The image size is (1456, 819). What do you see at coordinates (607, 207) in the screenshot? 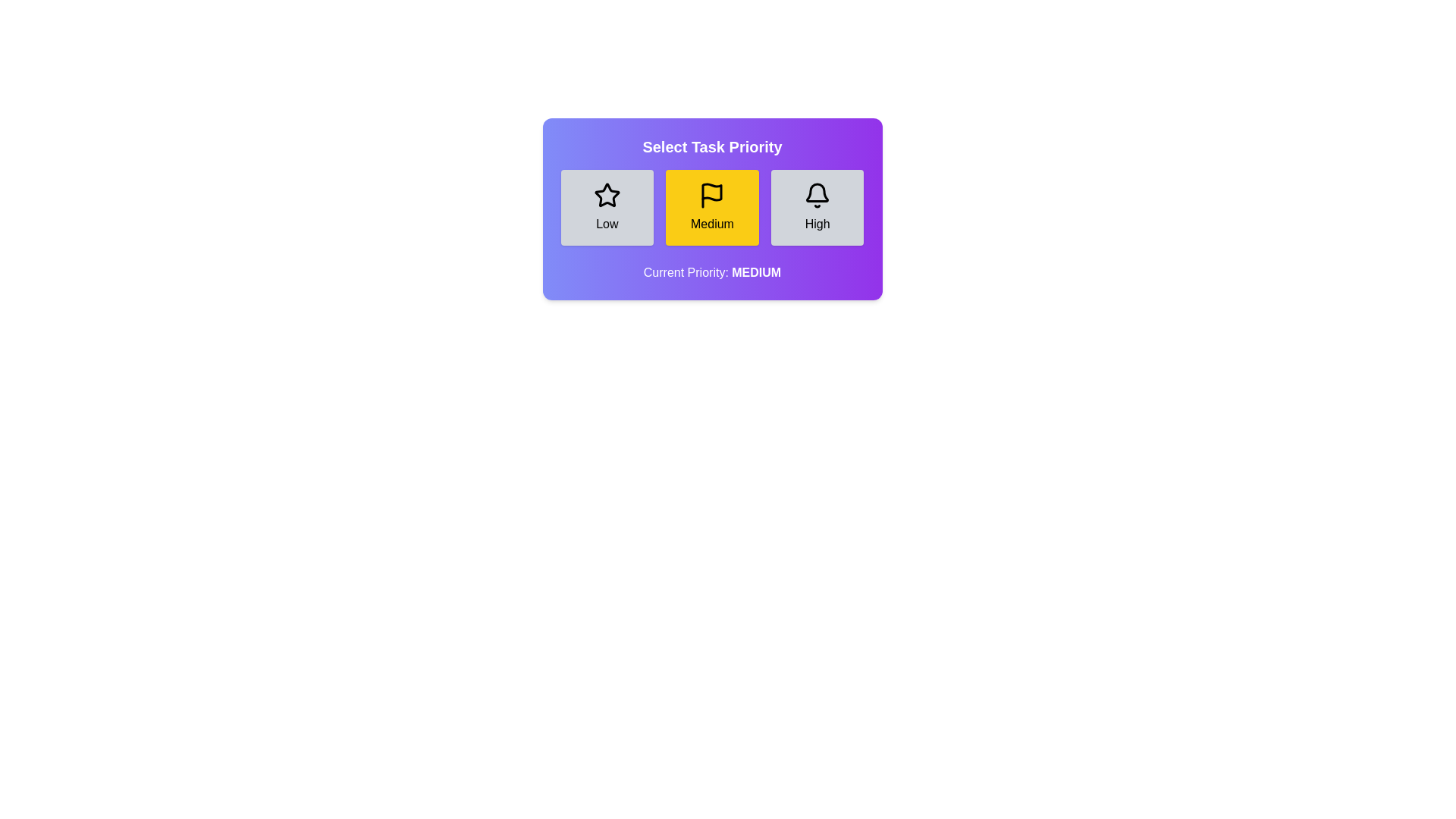
I see `the priority level Low by clicking on the corresponding button` at bounding box center [607, 207].